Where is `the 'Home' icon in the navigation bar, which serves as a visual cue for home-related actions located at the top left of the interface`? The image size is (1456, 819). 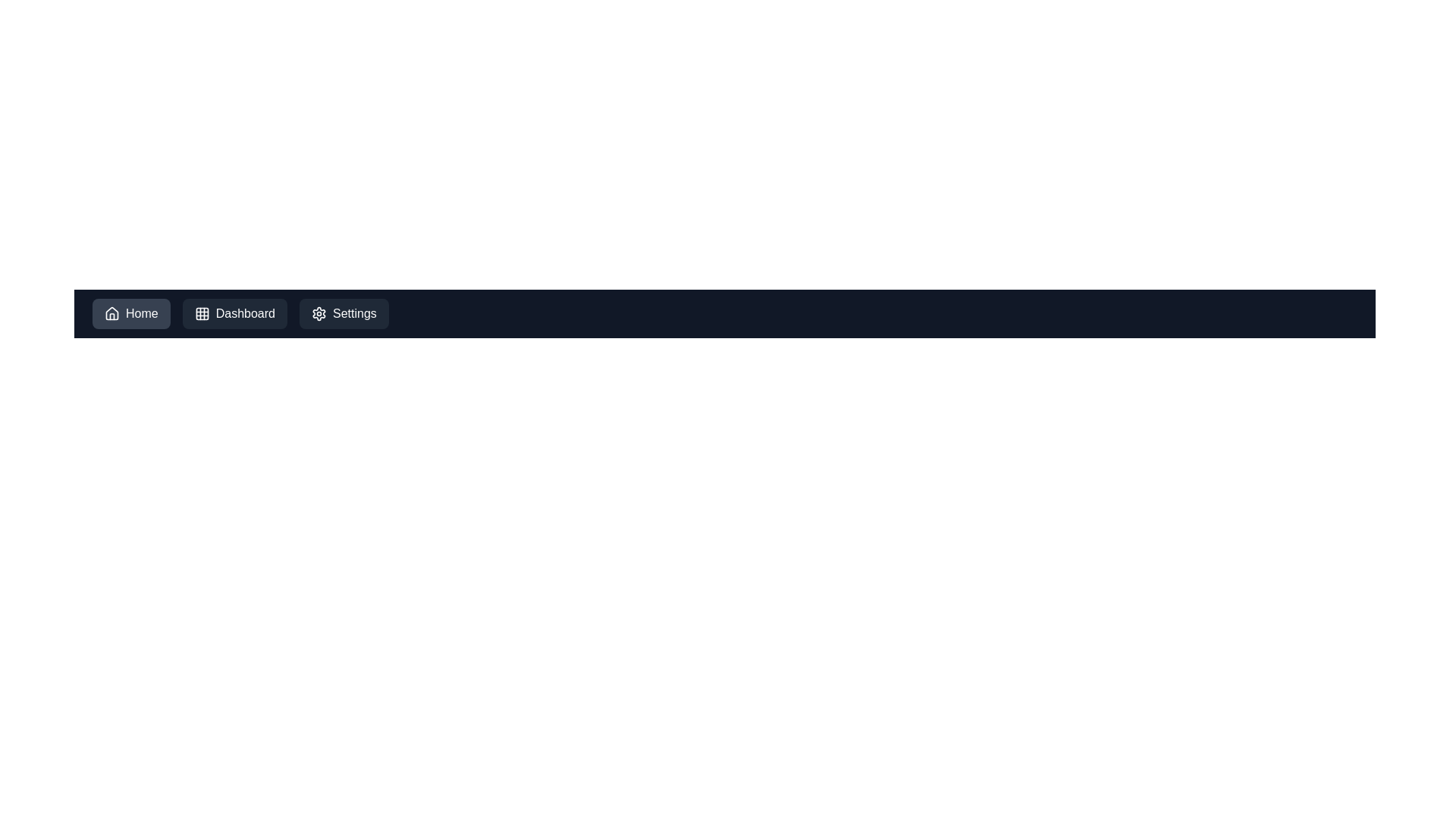 the 'Home' icon in the navigation bar, which serves as a visual cue for home-related actions located at the top left of the interface is located at coordinates (111, 312).